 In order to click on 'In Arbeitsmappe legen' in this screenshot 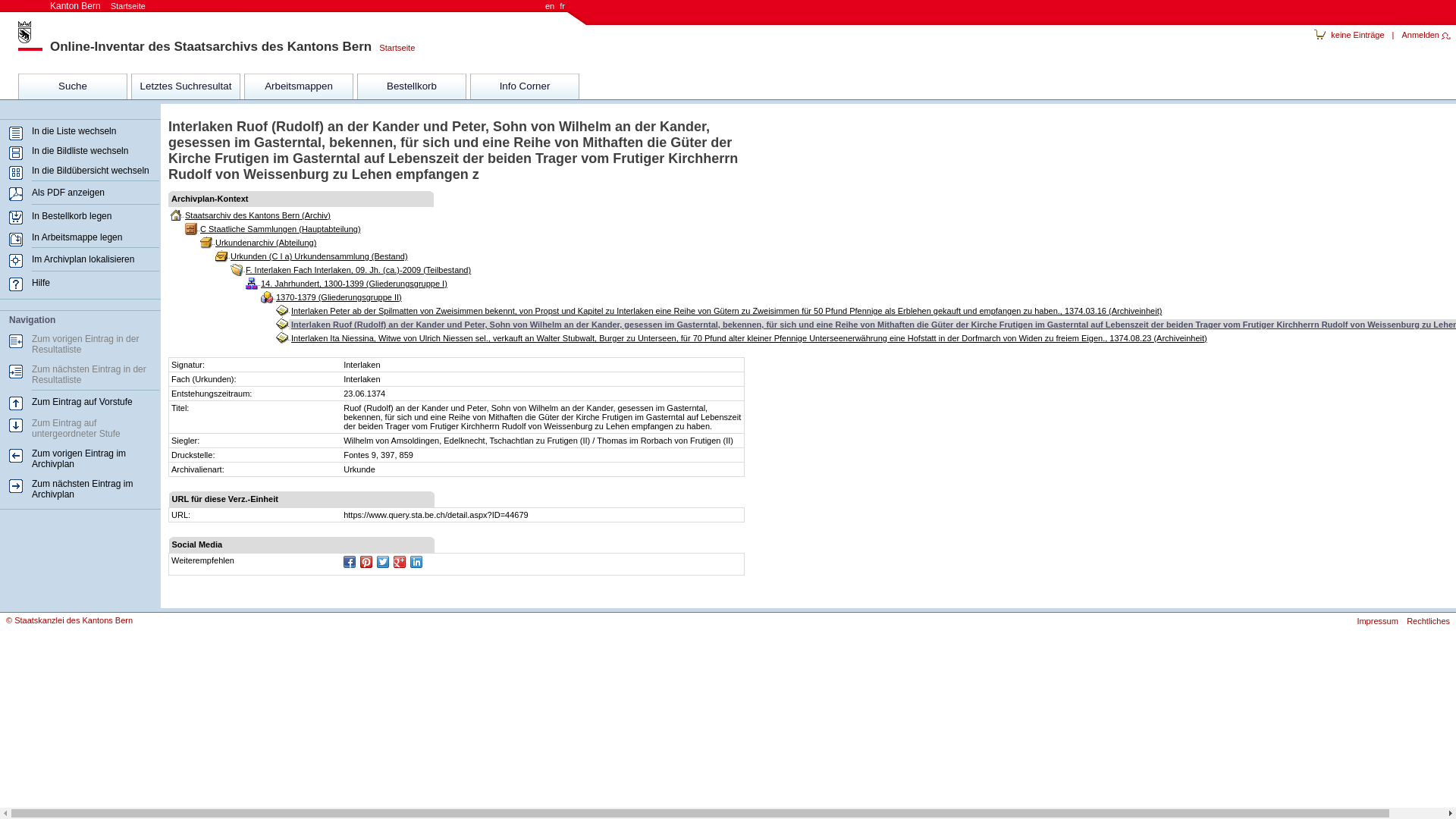, I will do `click(76, 237)`.